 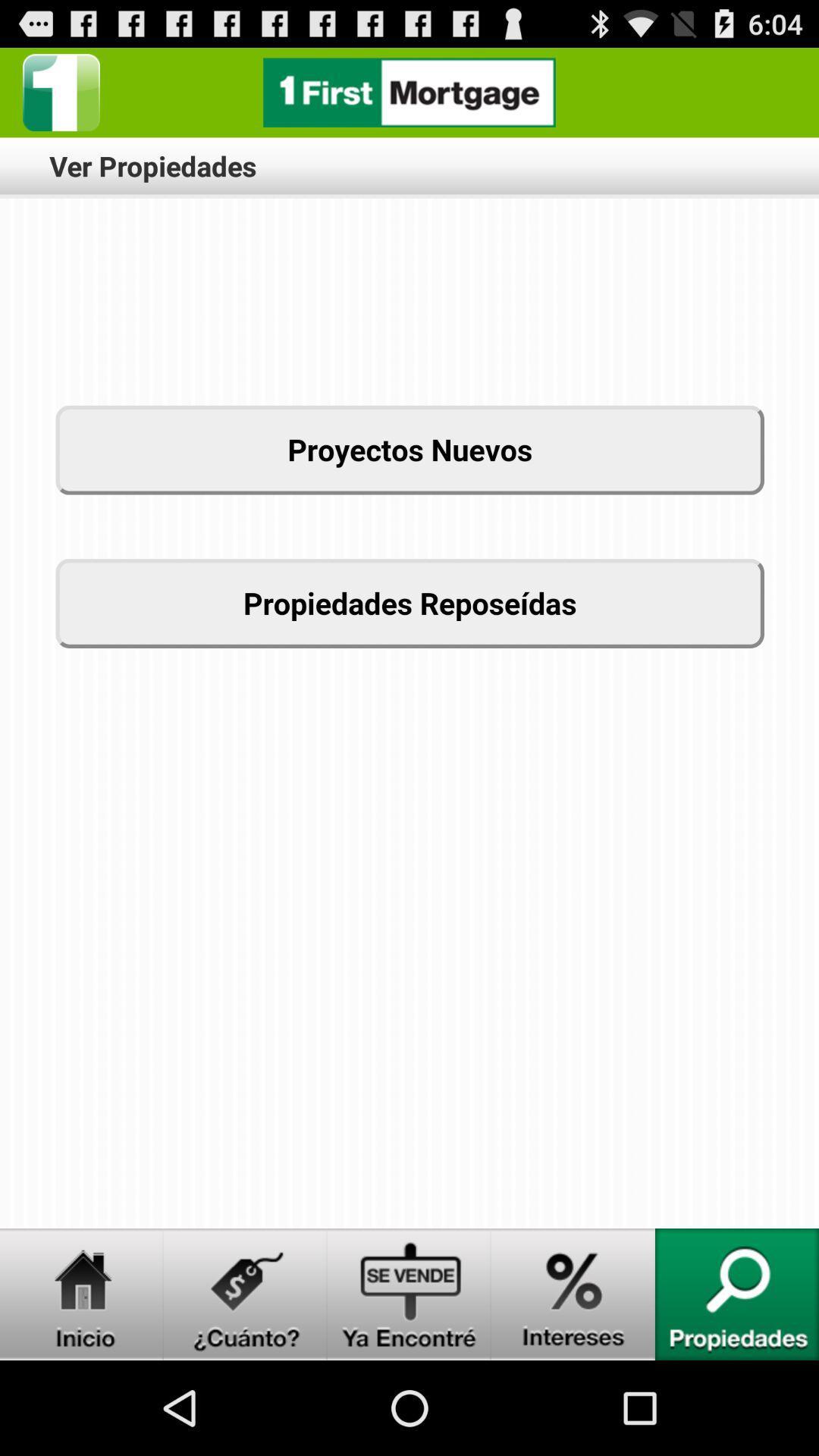 I want to click on the home icon, so click(x=82, y=1385).